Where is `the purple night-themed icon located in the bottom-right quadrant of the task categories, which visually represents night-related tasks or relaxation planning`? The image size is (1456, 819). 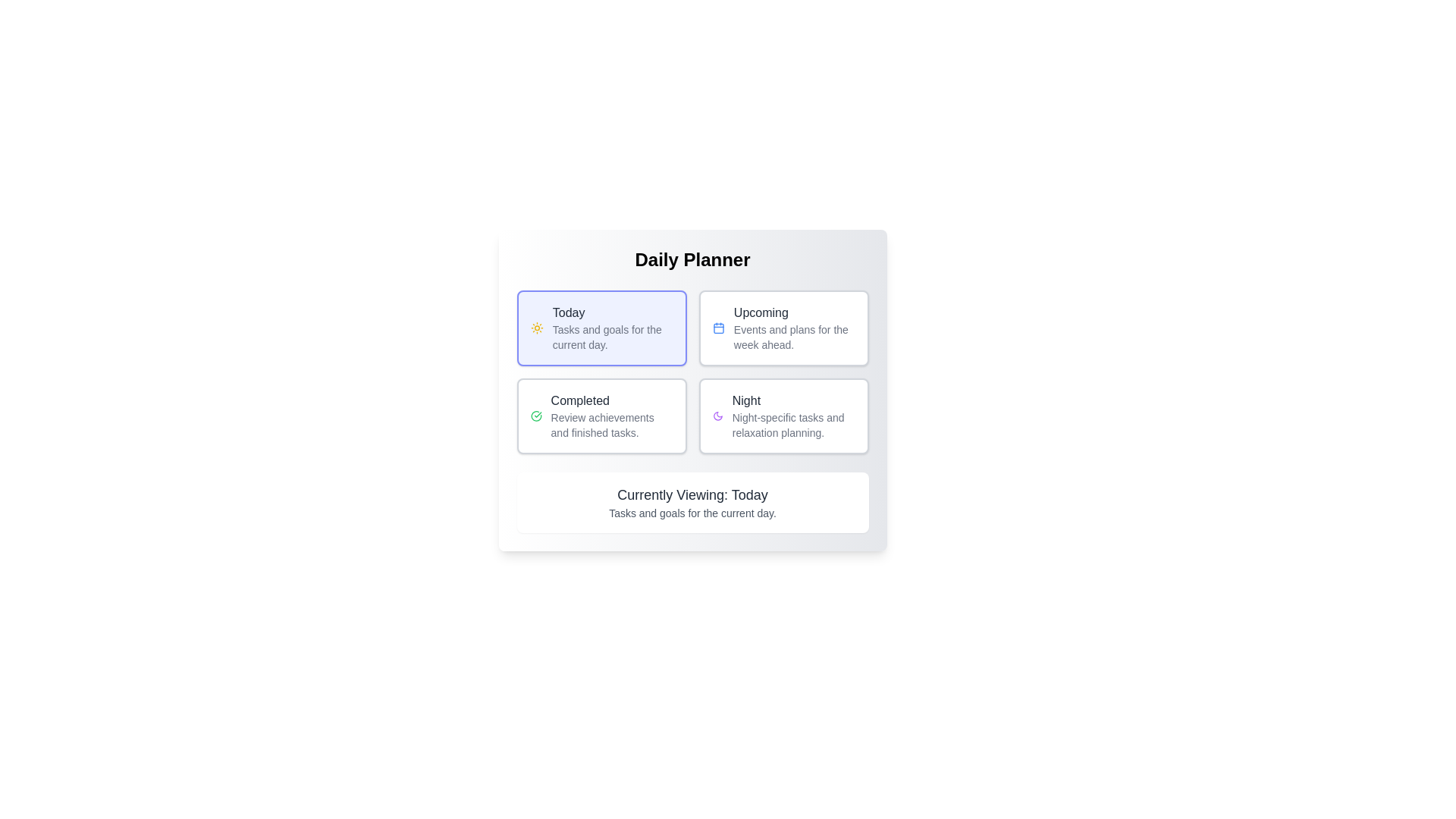 the purple night-themed icon located in the bottom-right quadrant of the task categories, which visually represents night-related tasks or relaxation planning is located at coordinates (717, 416).